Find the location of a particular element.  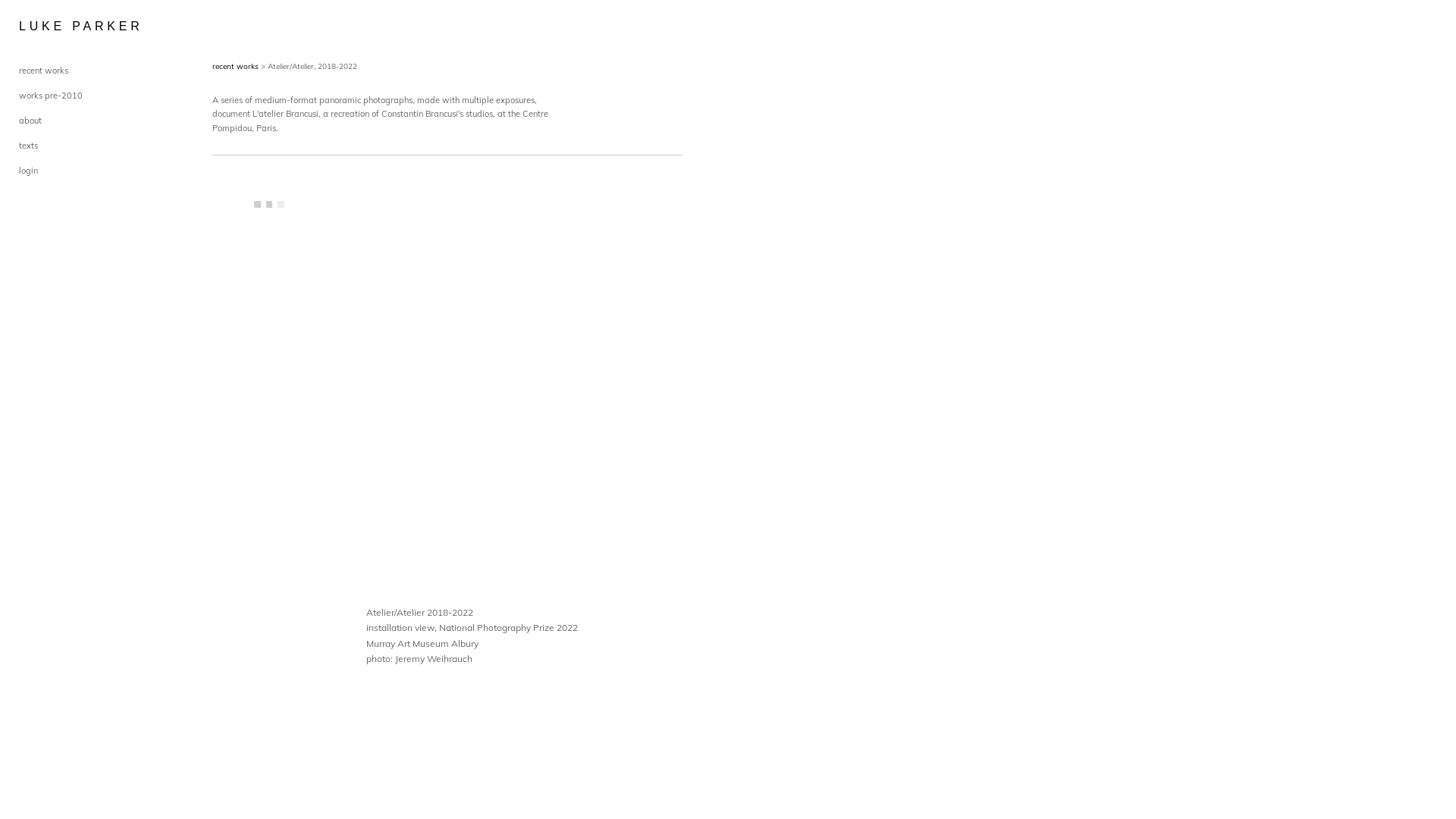

'LUKE PARKER' is located at coordinates (57, 26).